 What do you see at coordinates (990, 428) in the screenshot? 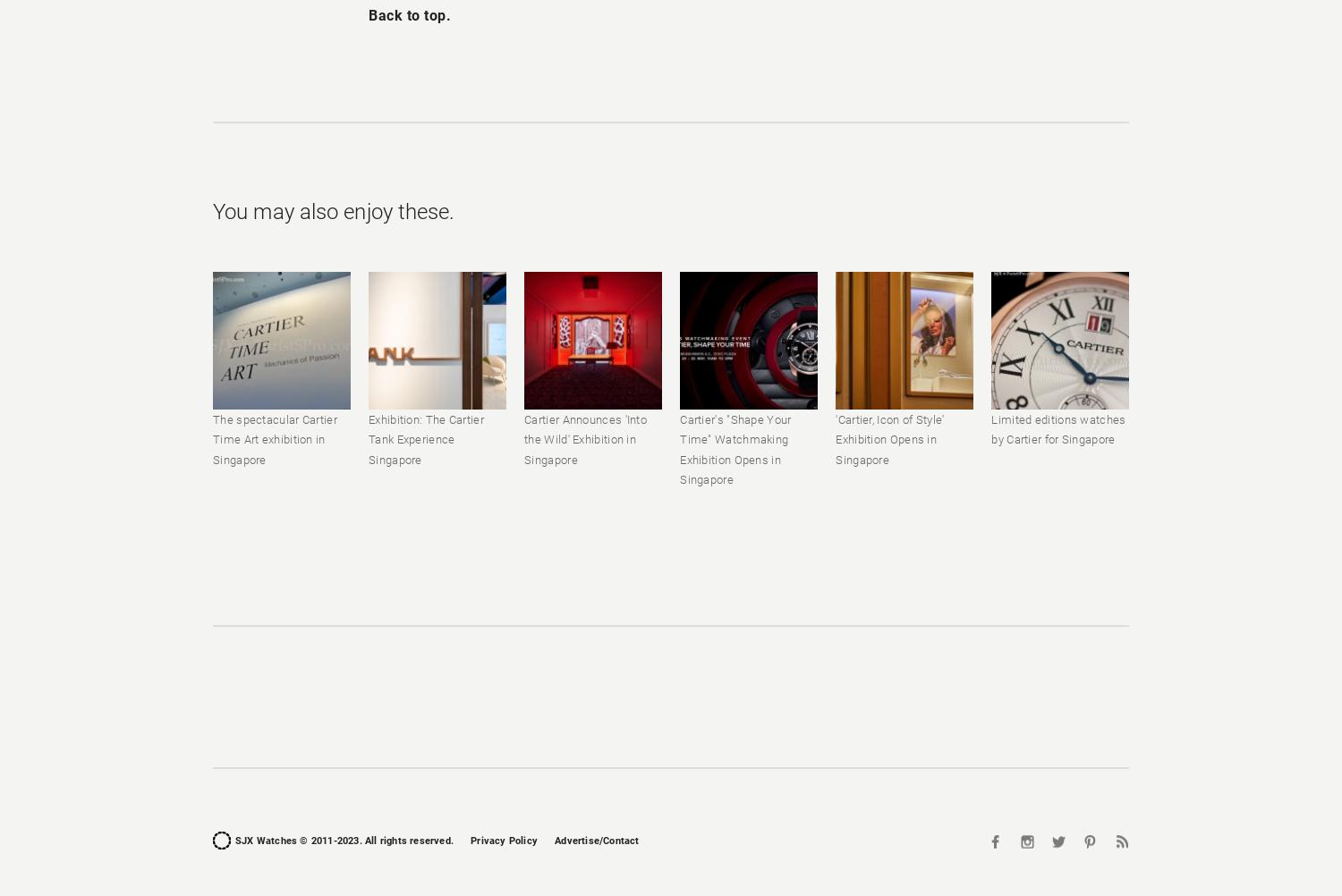
I see `'Limited editions watches by Cartier for Singapore'` at bounding box center [990, 428].